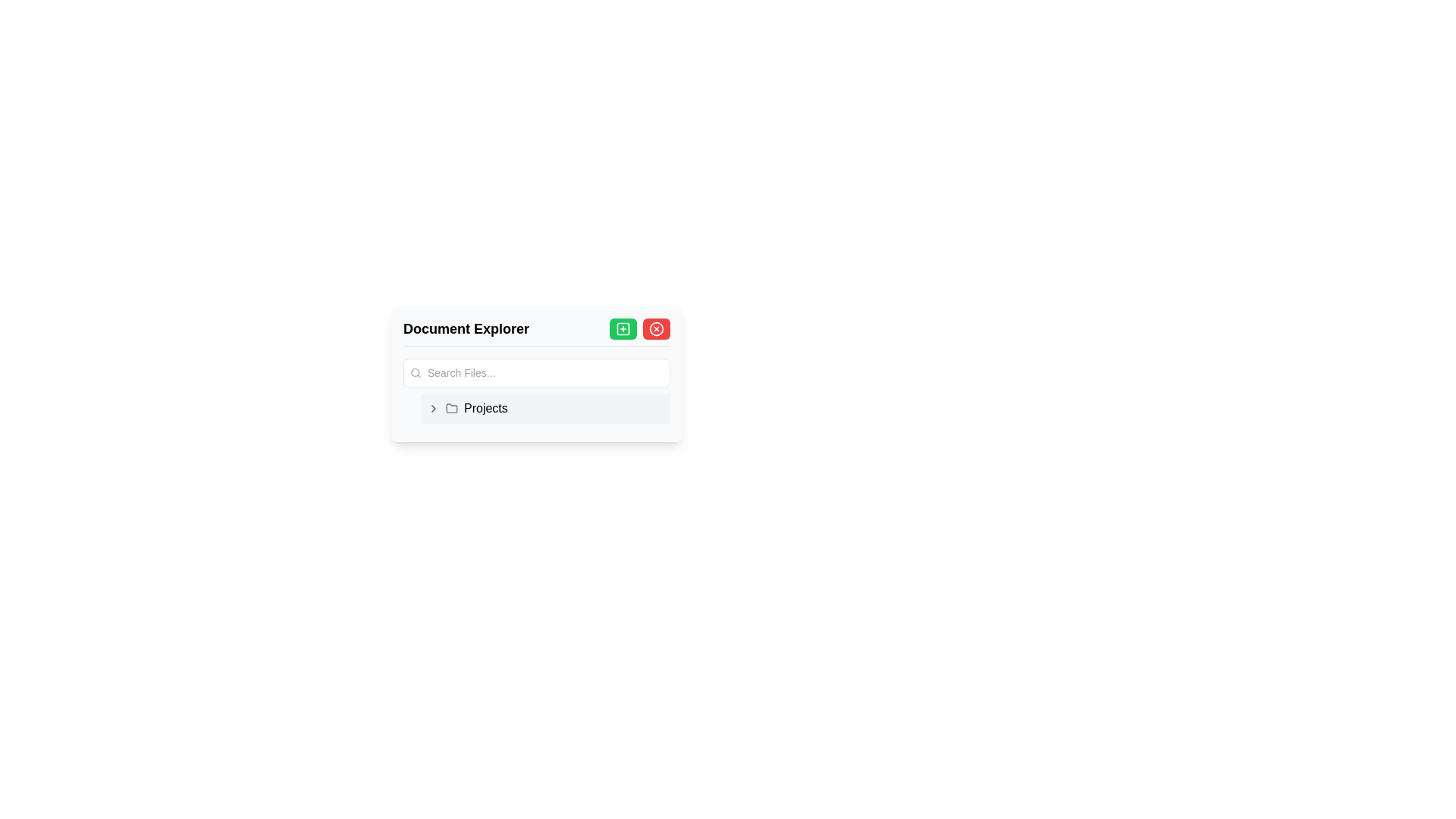 This screenshot has width=1456, height=819. Describe the element at coordinates (656, 328) in the screenshot. I see `the red circular icon button with a white border located in the top-right of the 'Document Explorer' section` at that location.